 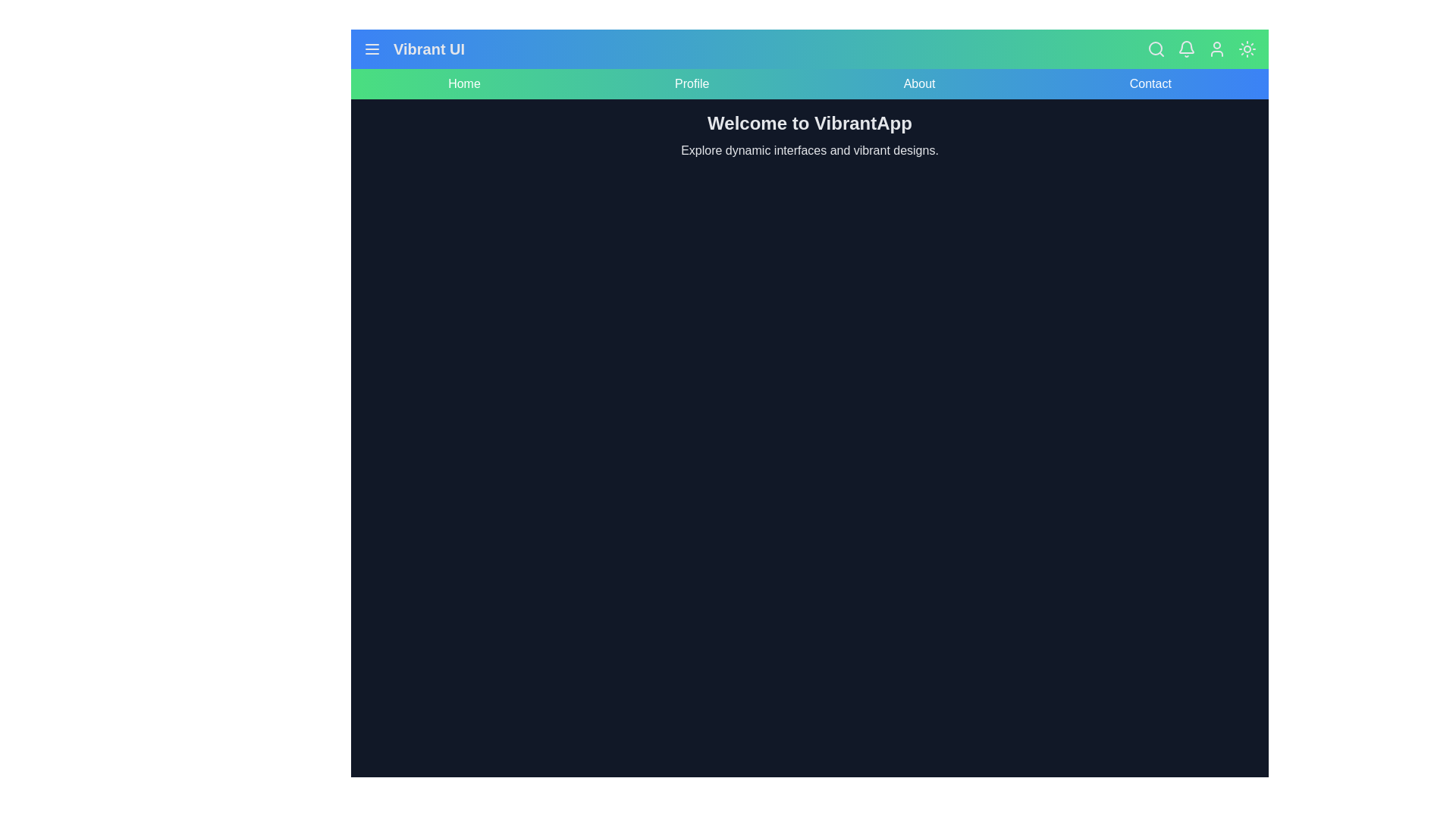 I want to click on the Profile navigation link, so click(x=691, y=84).